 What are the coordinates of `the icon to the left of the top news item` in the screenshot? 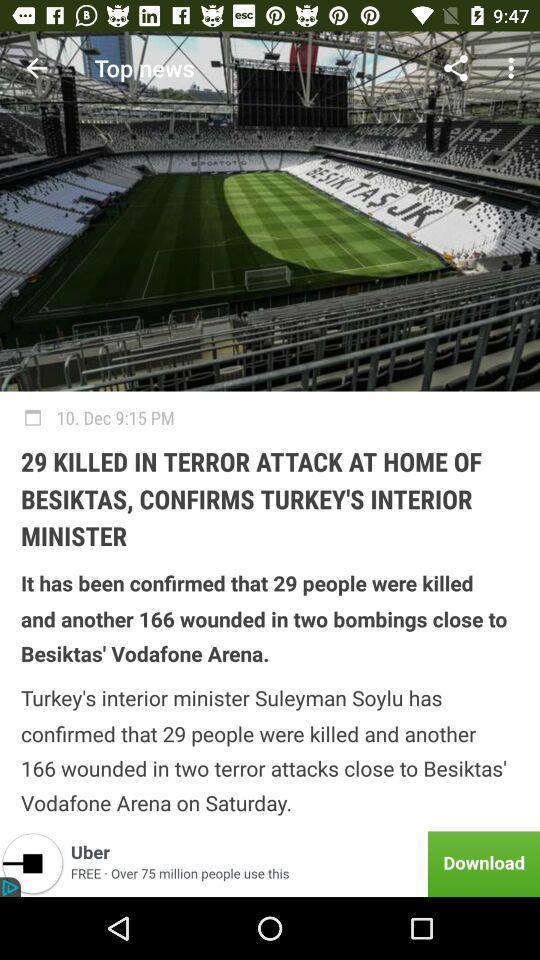 It's located at (36, 68).